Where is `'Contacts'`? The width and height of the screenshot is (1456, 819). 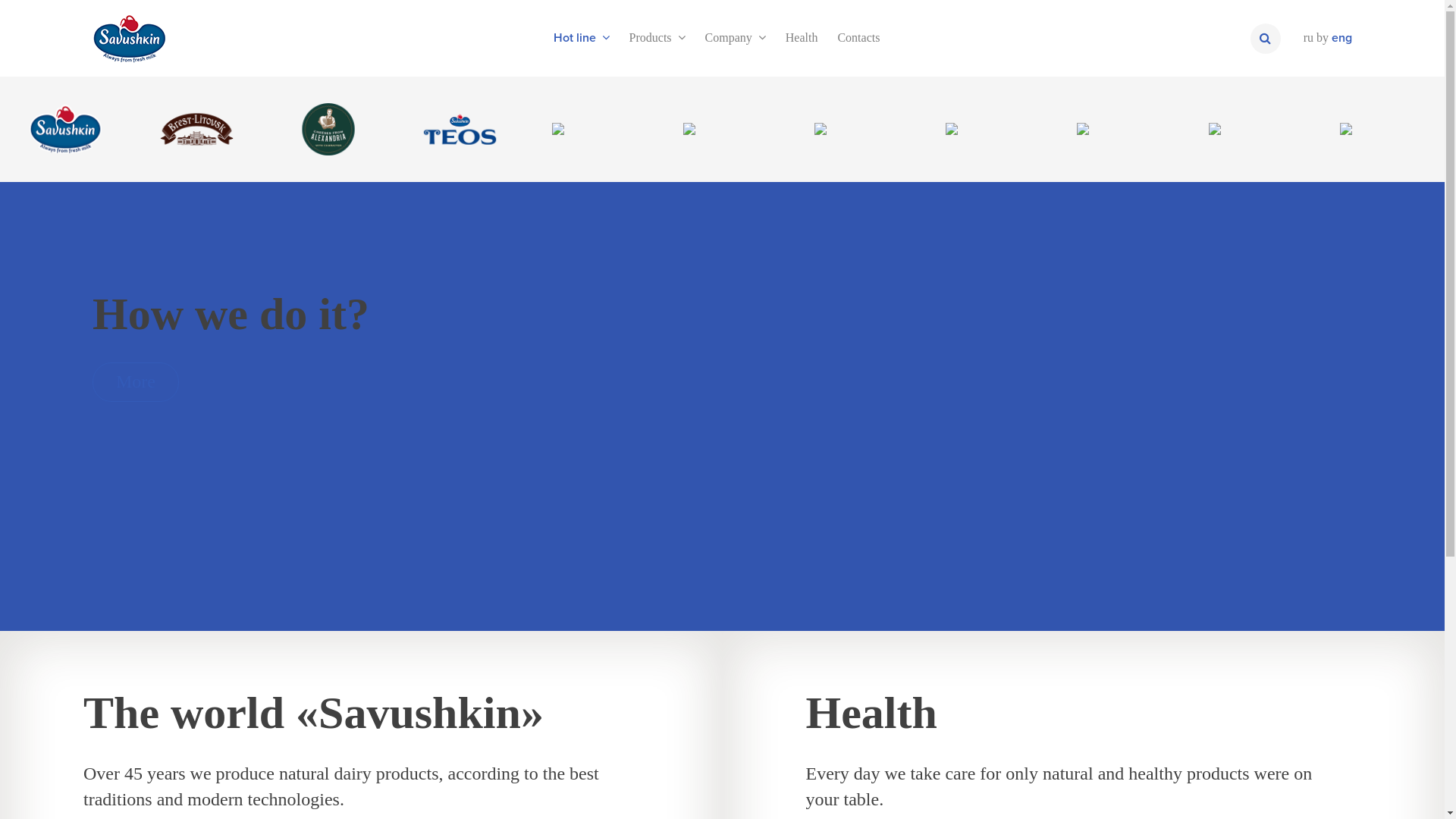 'Contacts' is located at coordinates (858, 37).